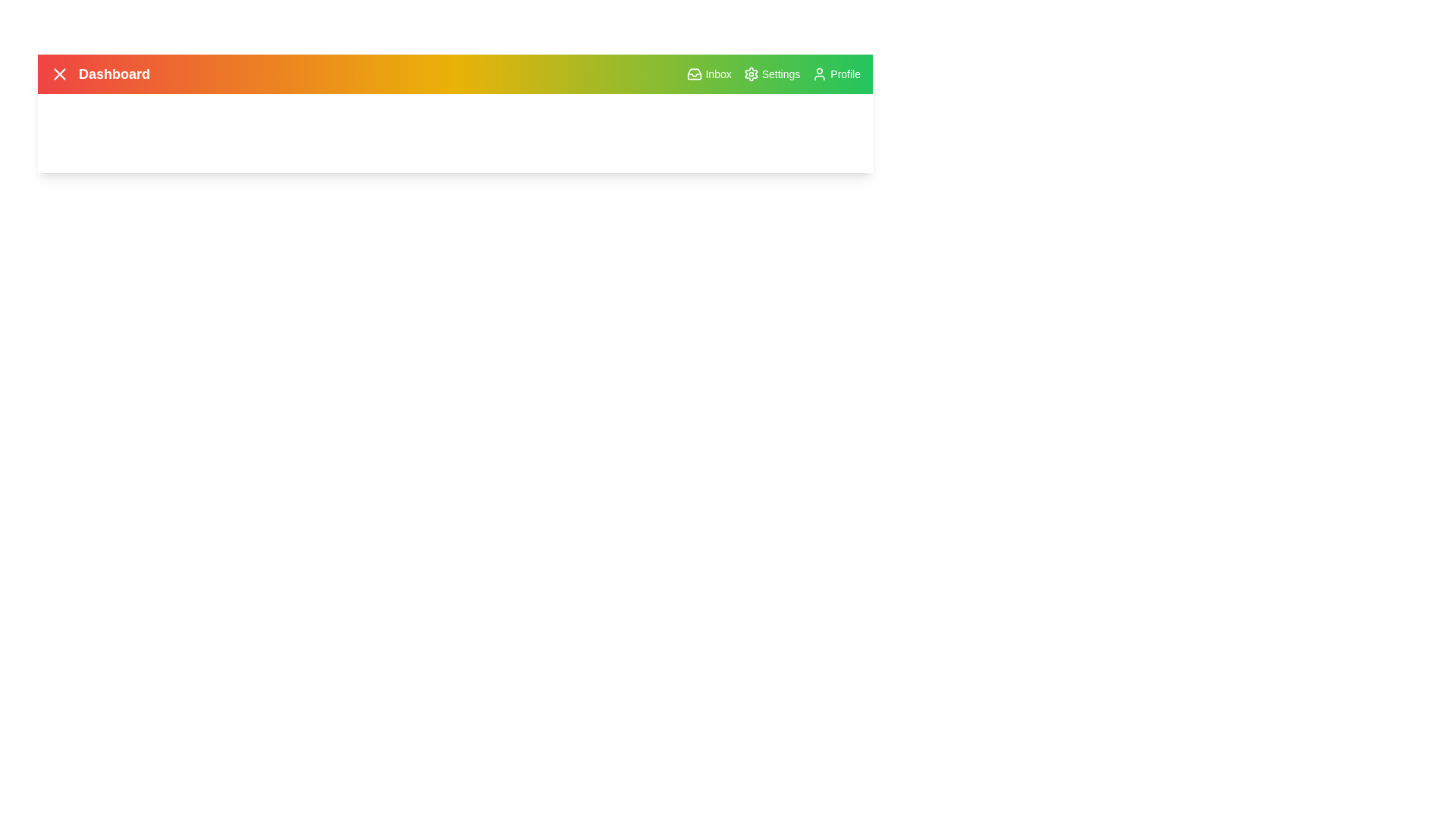 This screenshot has width=1456, height=819. What do you see at coordinates (771, 74) in the screenshot?
I see `the 'Settings' button to access the user settings` at bounding box center [771, 74].